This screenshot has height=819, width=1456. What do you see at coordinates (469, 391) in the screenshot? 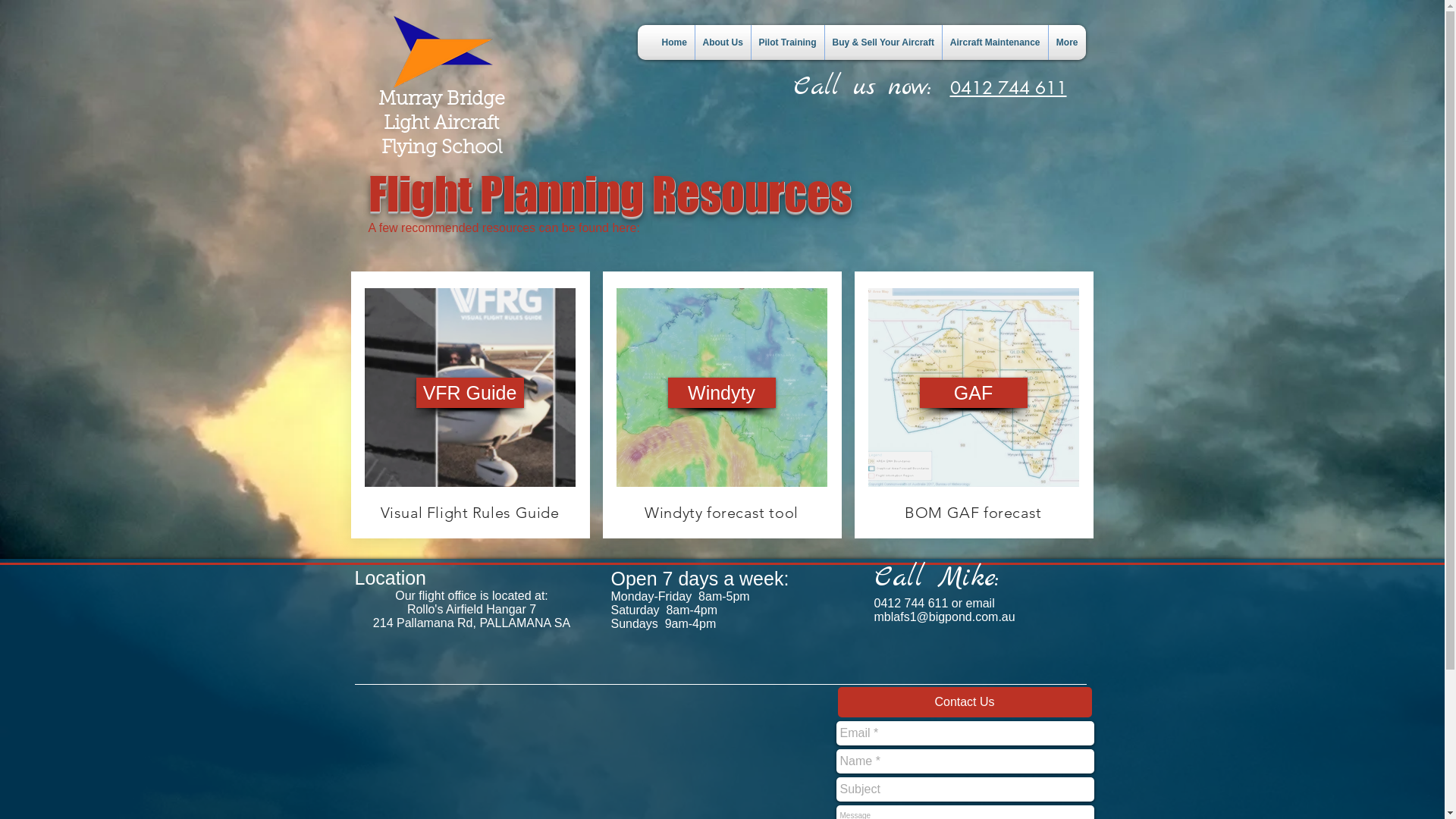
I see `'VFR Guide'` at bounding box center [469, 391].